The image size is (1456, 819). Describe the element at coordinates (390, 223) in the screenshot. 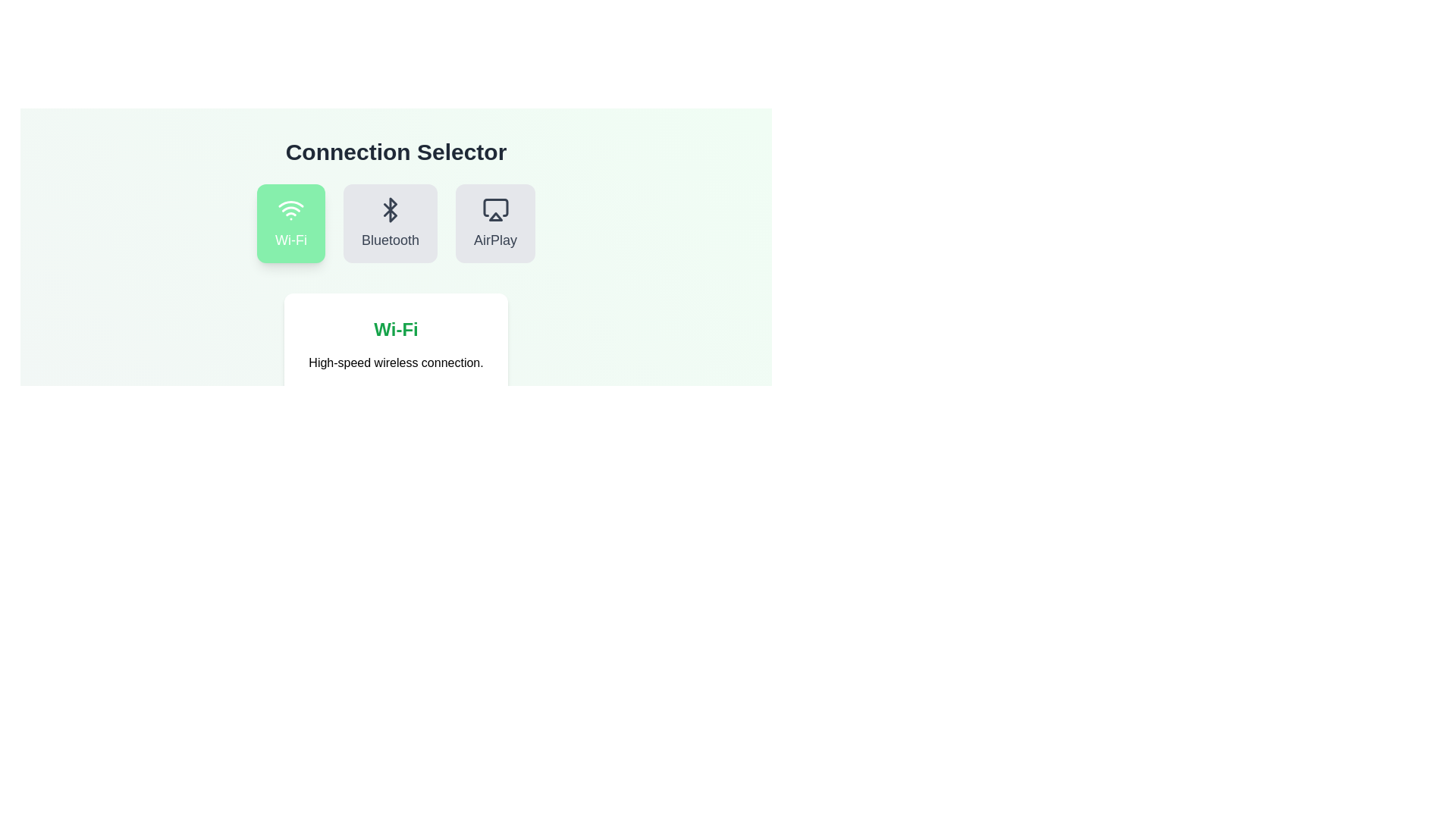

I see `the connection option Bluetooth` at that location.